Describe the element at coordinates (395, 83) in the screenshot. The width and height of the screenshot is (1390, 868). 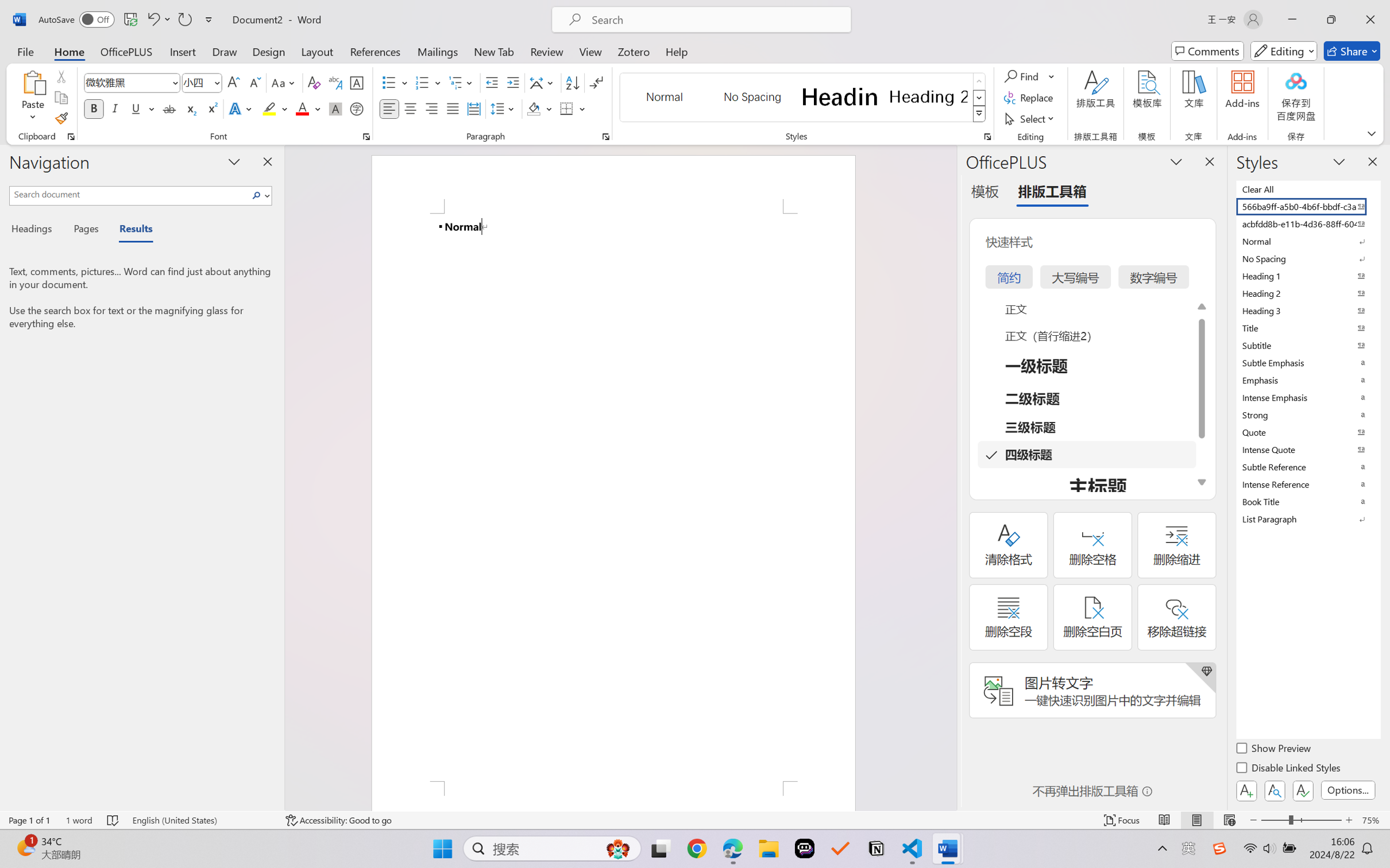
I see `'Bullets'` at that location.